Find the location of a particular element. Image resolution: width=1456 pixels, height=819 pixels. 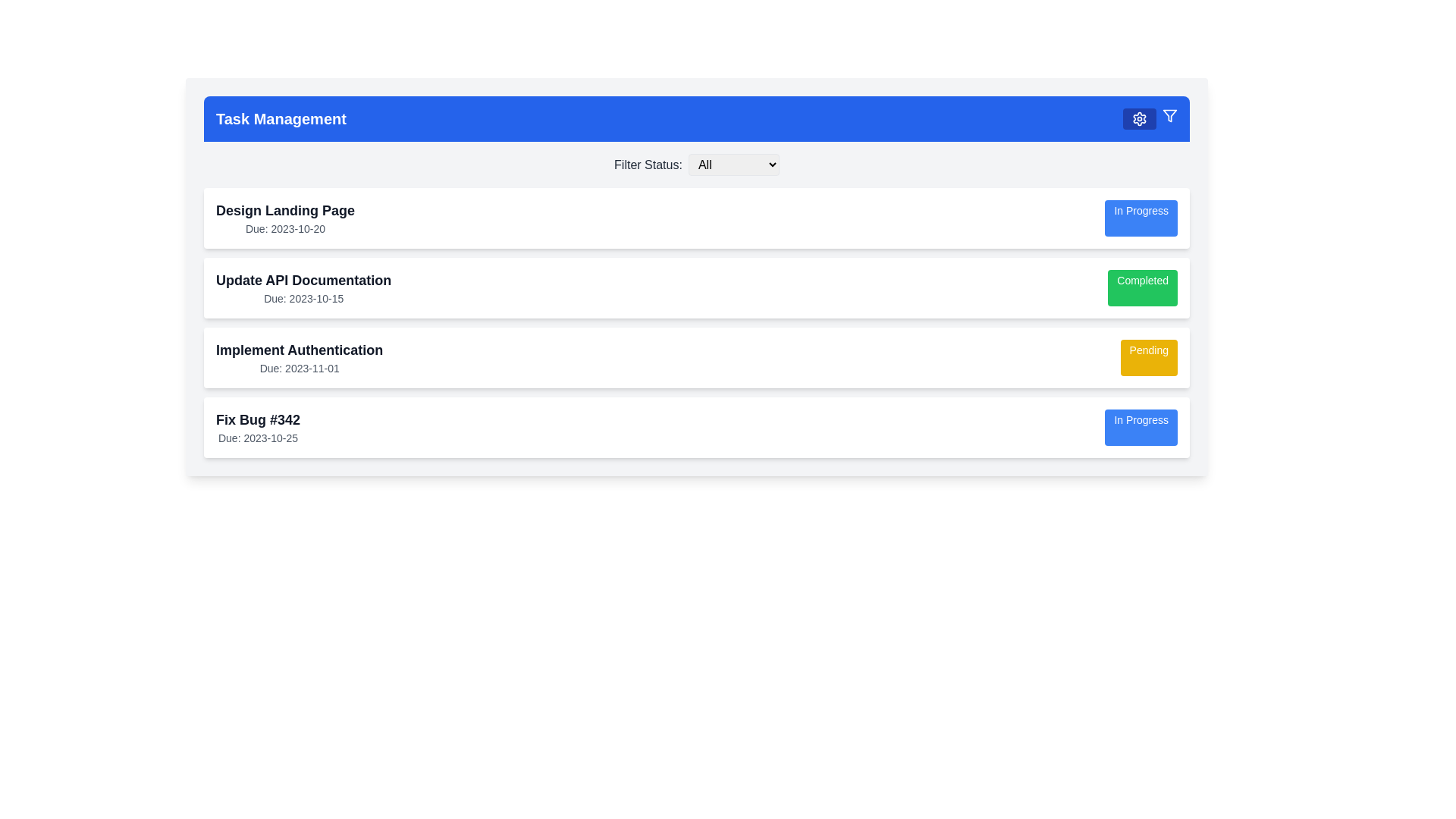

text label displaying the title of the task 'Implement Authentication', which is the third task in a vertical sequence of tasks is located at coordinates (300, 350).